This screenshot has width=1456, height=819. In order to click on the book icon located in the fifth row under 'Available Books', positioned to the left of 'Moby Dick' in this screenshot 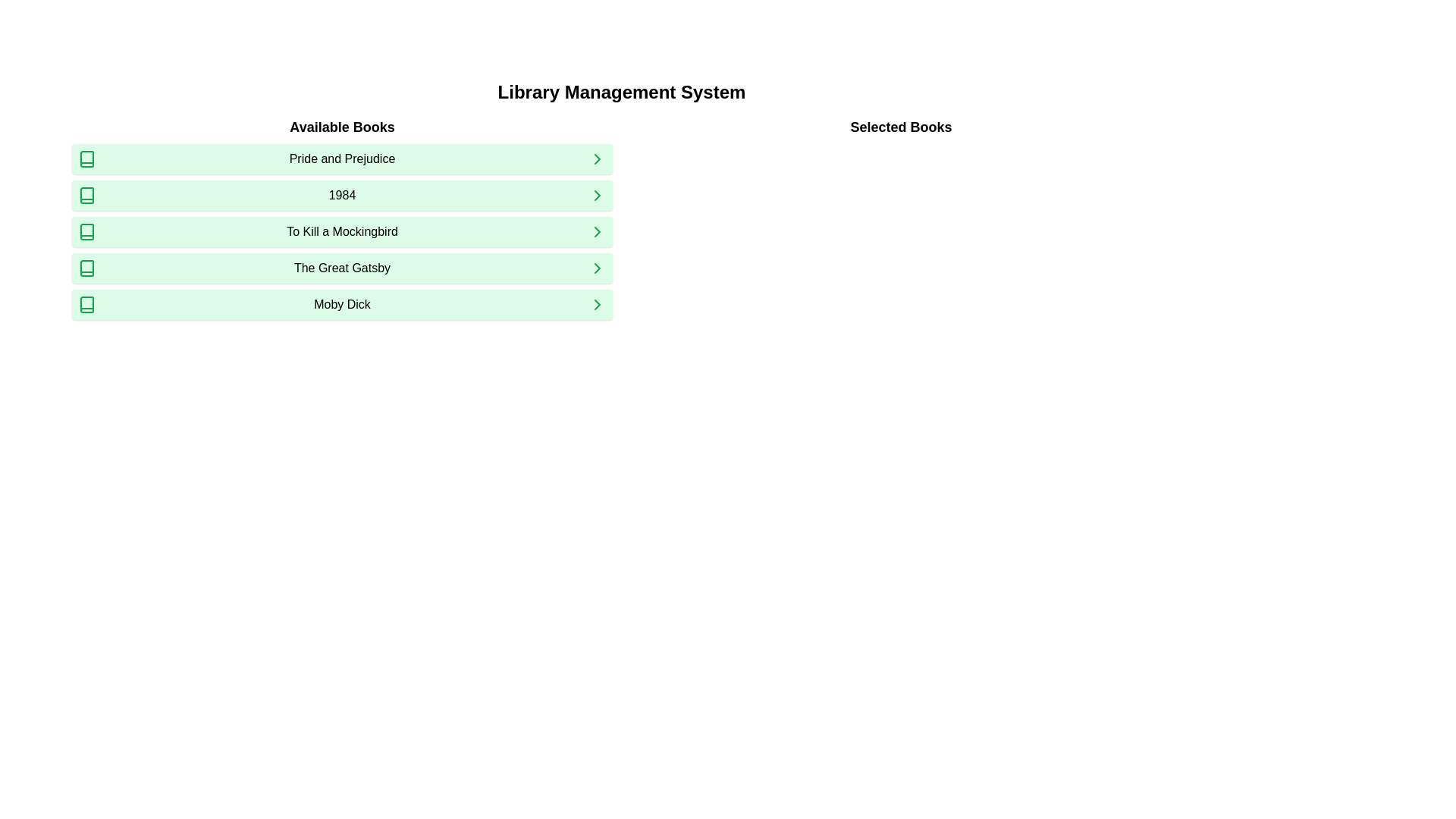, I will do `click(86, 304)`.